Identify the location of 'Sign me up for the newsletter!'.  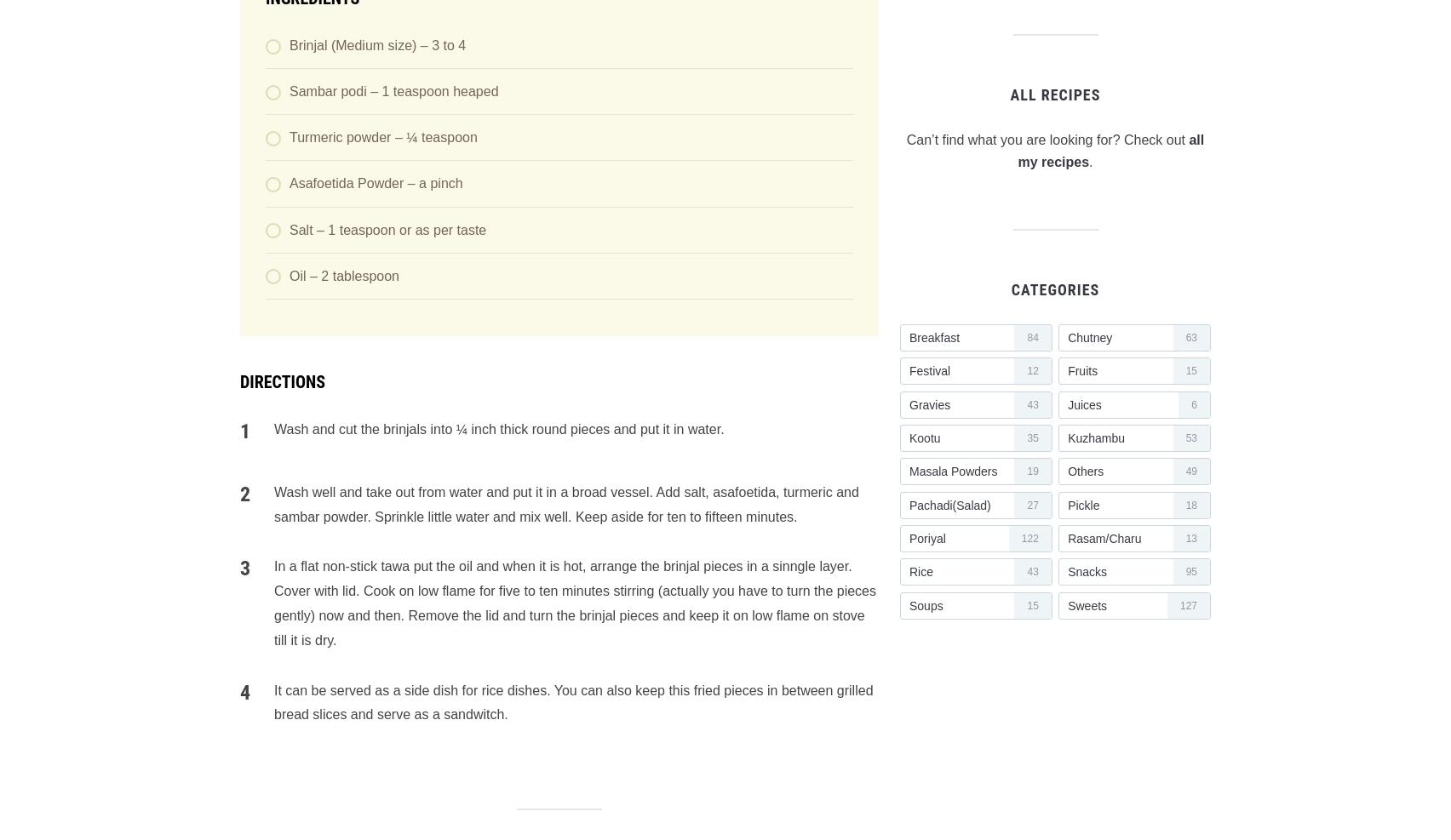
(353, 580).